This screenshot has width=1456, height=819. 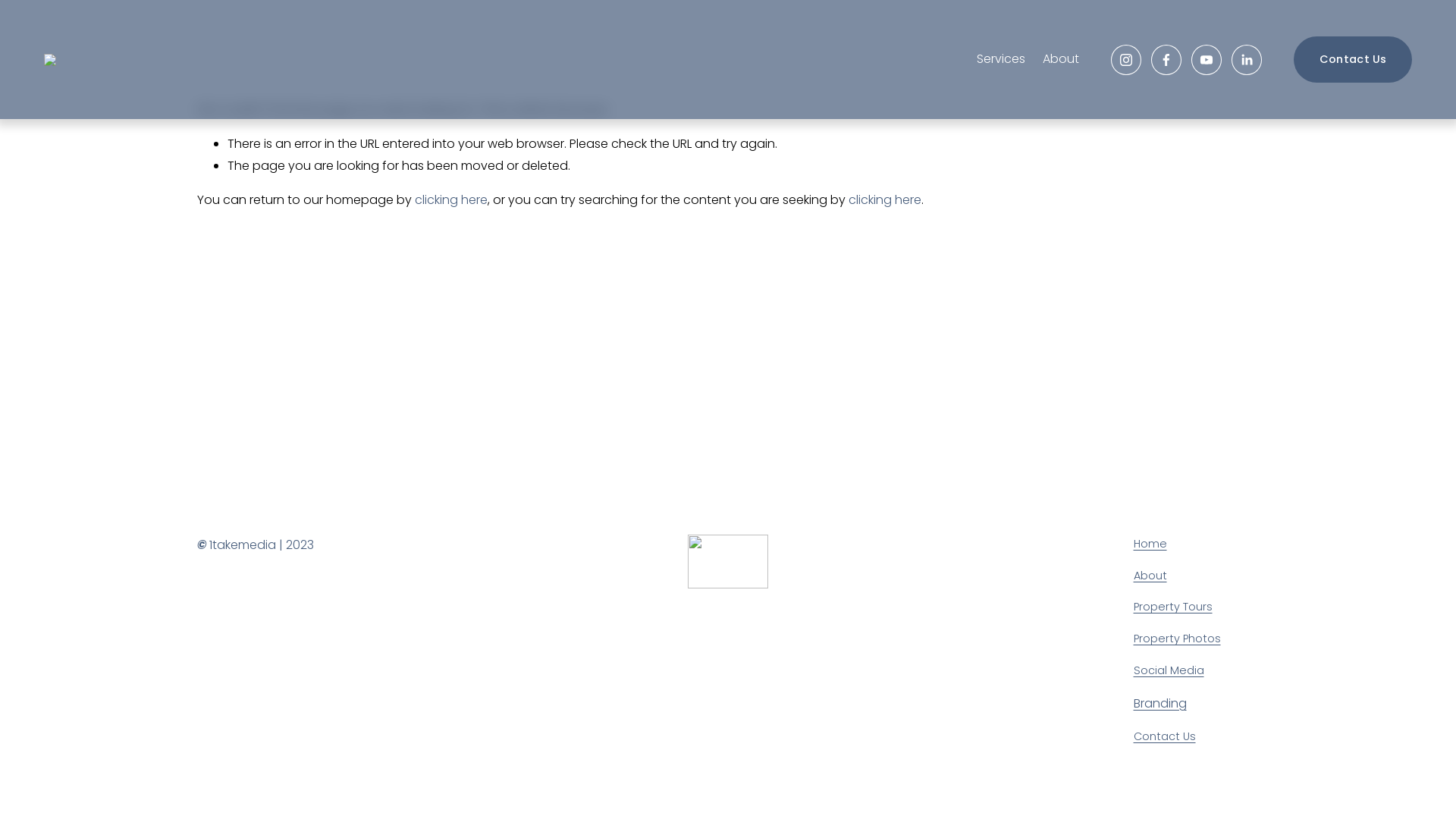 I want to click on 'Property Tours', so click(x=1133, y=607).